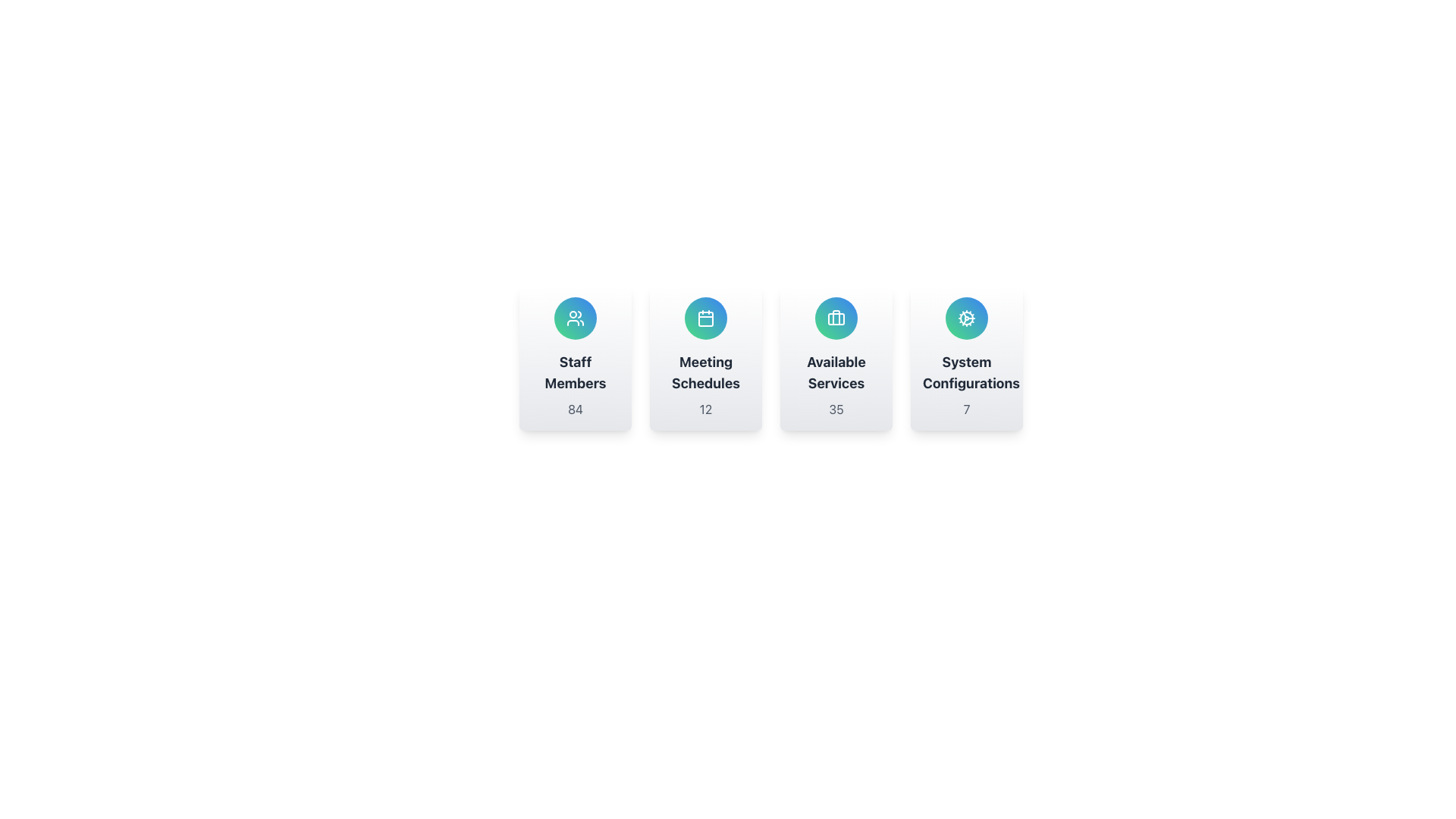 The image size is (1456, 819). What do you see at coordinates (574, 318) in the screenshot?
I see `the first circular Icon button with a gradient design from blue to green, featuring a white user group icon centered inside, located at the top of the panel associated with 'Staff Members'` at bounding box center [574, 318].